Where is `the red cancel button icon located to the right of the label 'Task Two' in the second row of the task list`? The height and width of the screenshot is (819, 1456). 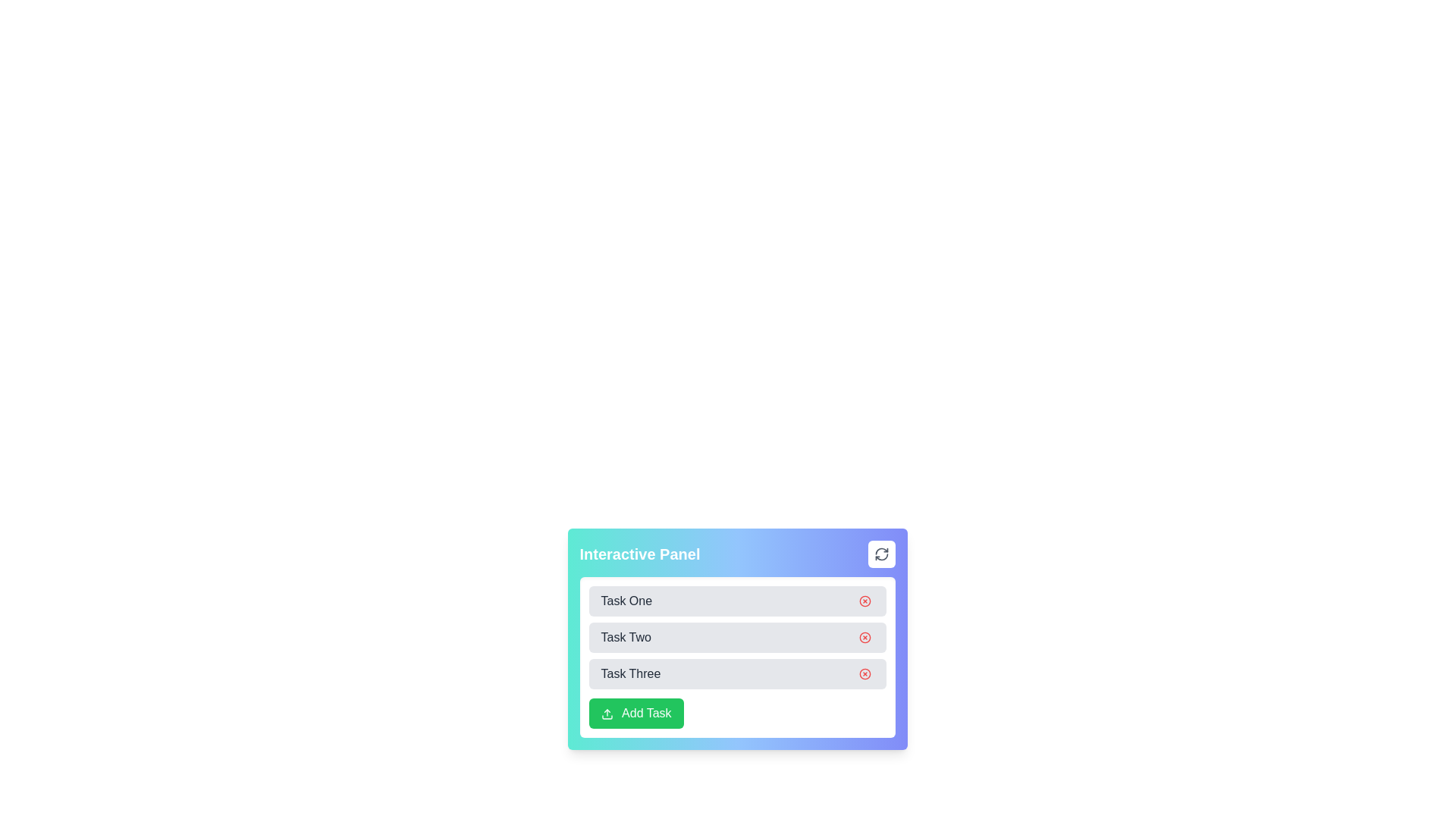
the red cancel button icon located to the right of the label 'Task Two' in the second row of the task list is located at coordinates (864, 637).